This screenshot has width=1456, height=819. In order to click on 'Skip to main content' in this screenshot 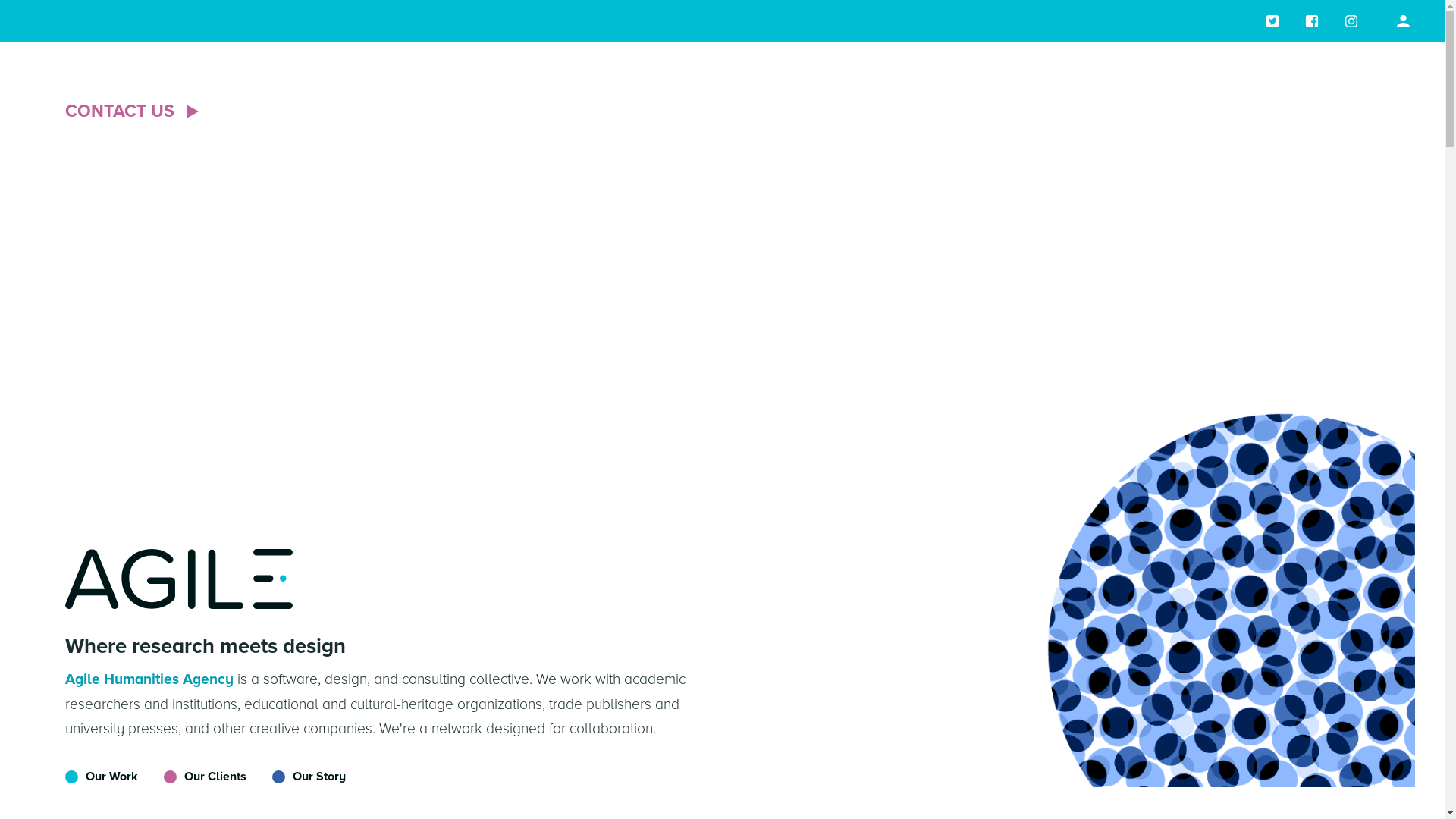, I will do `click(0, 0)`.